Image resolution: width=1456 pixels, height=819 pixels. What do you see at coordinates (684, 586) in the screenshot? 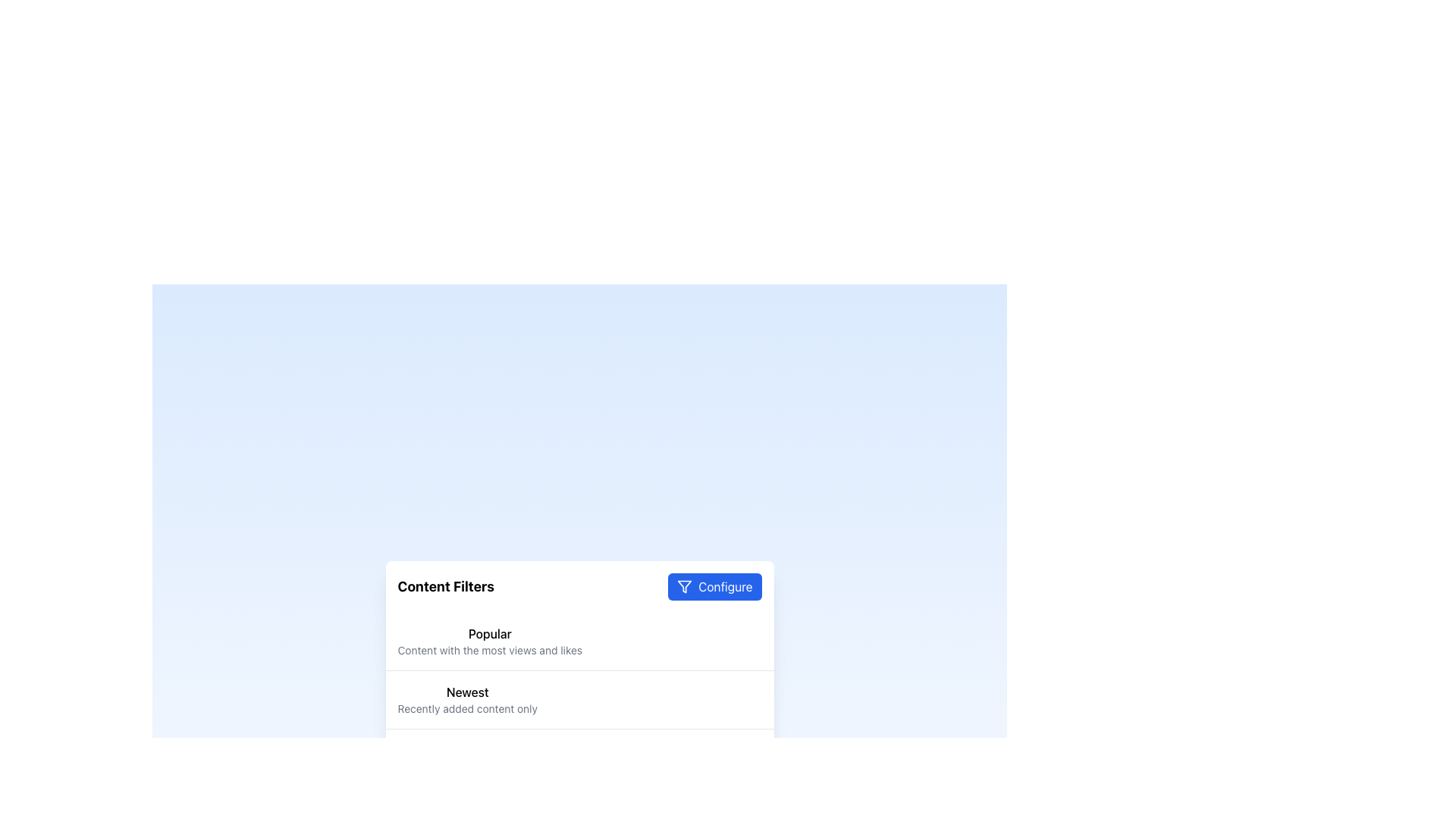
I see `the filter options icon located inside the blue rectangular button at the top-right corner of the 'Content Filters' card` at bounding box center [684, 586].